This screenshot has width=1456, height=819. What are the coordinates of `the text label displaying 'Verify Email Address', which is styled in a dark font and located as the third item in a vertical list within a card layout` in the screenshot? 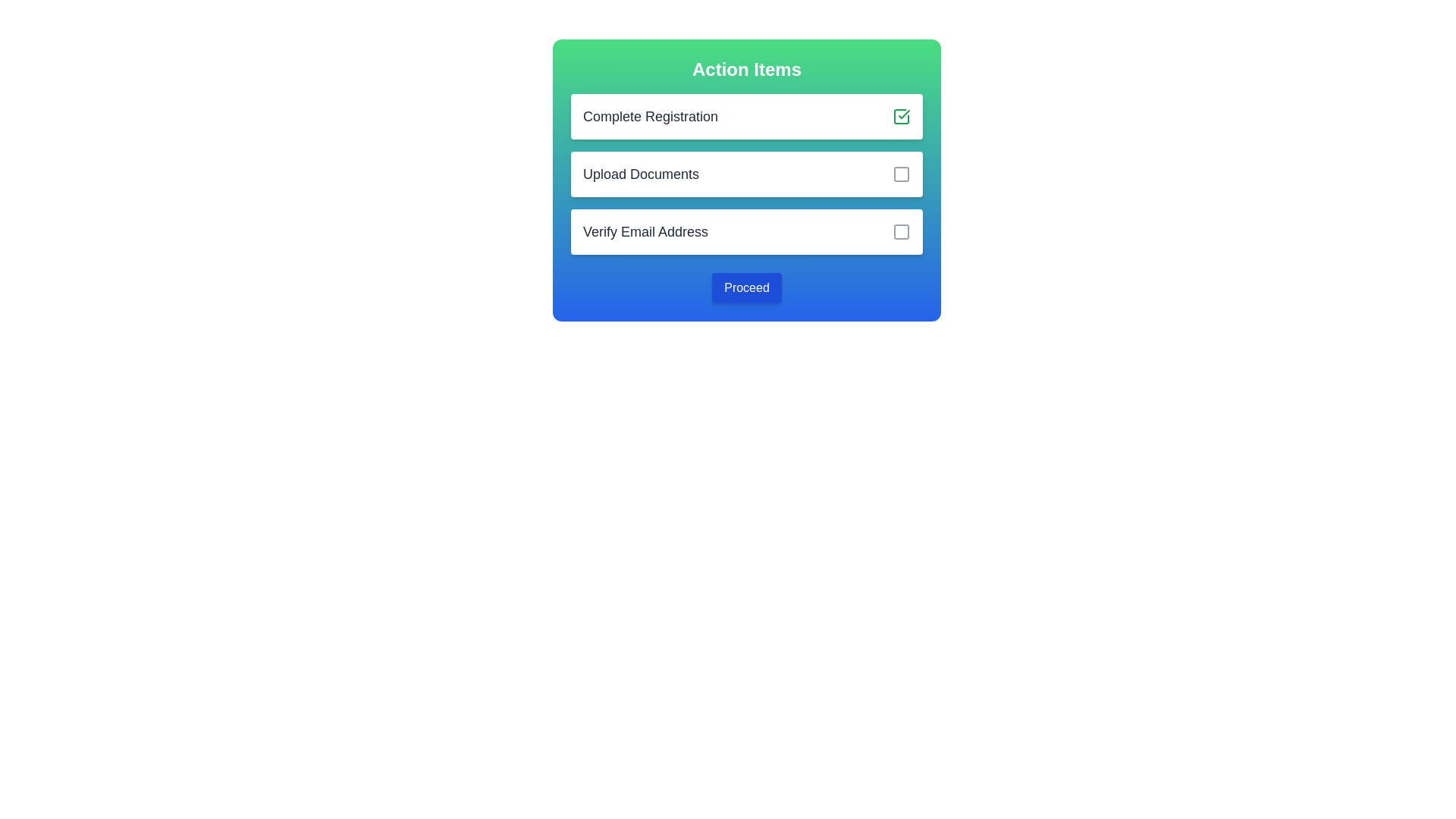 It's located at (645, 231).